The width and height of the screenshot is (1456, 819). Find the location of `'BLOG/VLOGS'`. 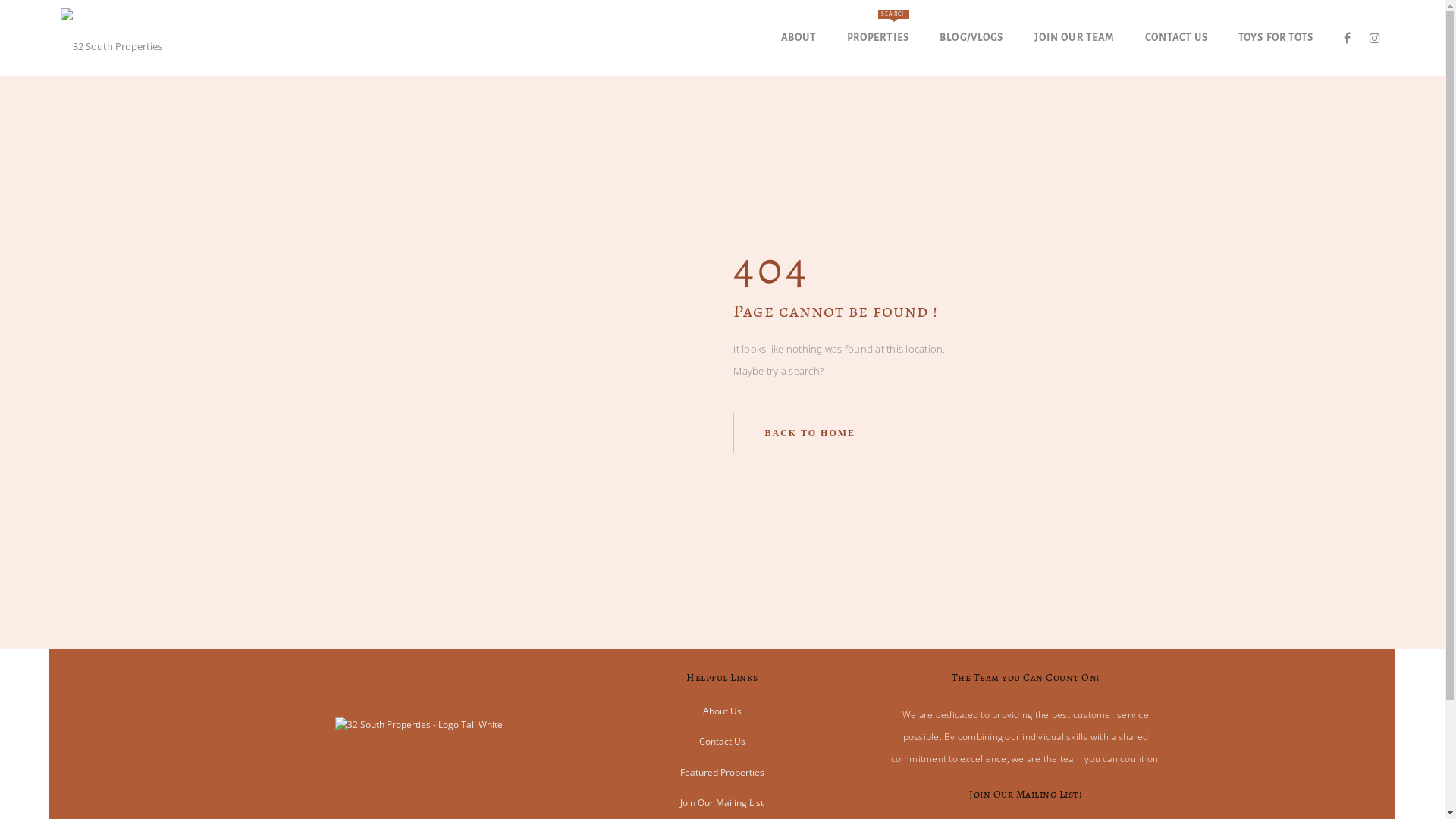

'BLOG/VLOGS' is located at coordinates (971, 37).